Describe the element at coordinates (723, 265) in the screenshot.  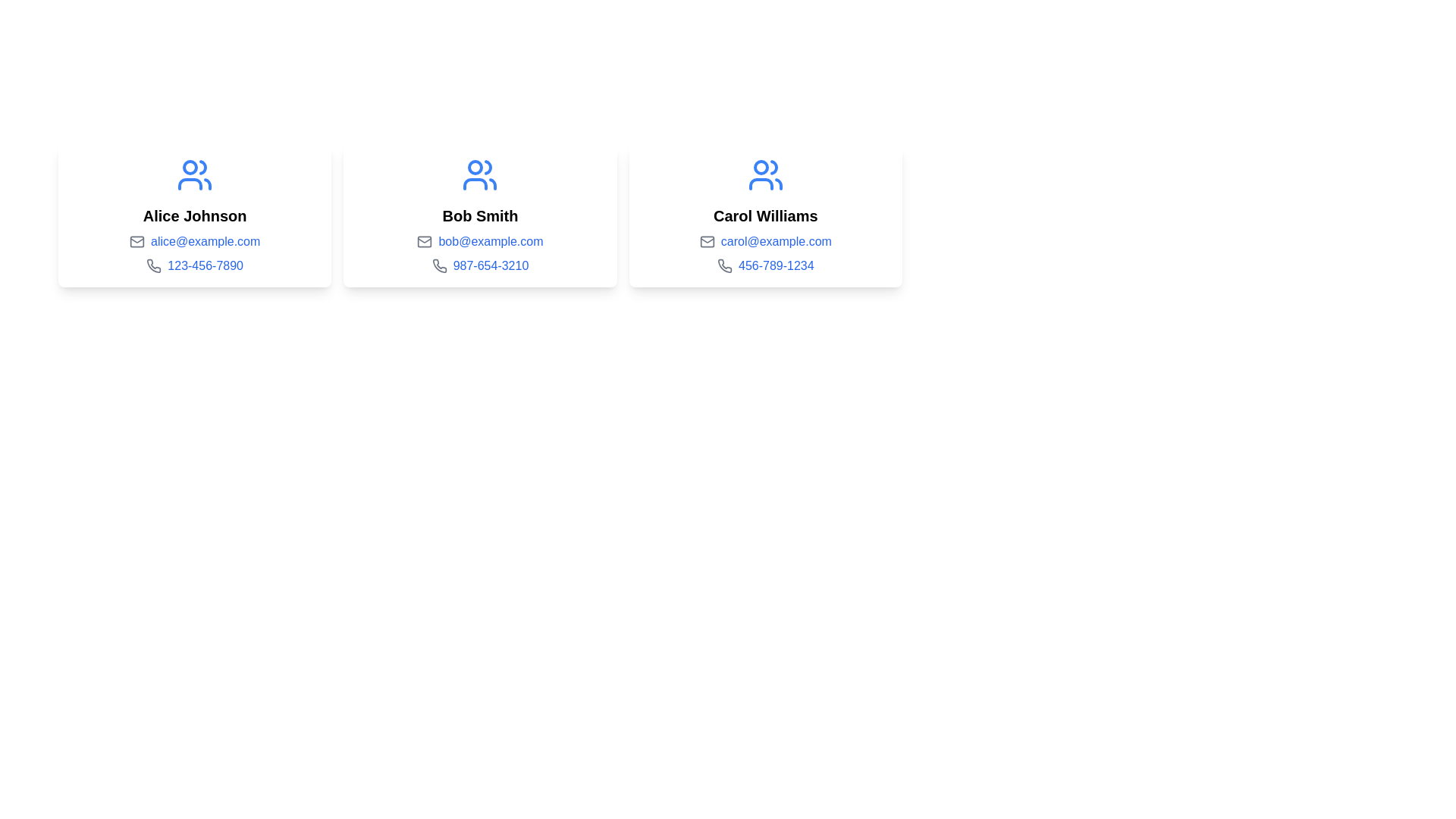
I see `the phone icon next to the phone number '456-789-1234' associated with 'Carol Williams' for additional information` at that location.